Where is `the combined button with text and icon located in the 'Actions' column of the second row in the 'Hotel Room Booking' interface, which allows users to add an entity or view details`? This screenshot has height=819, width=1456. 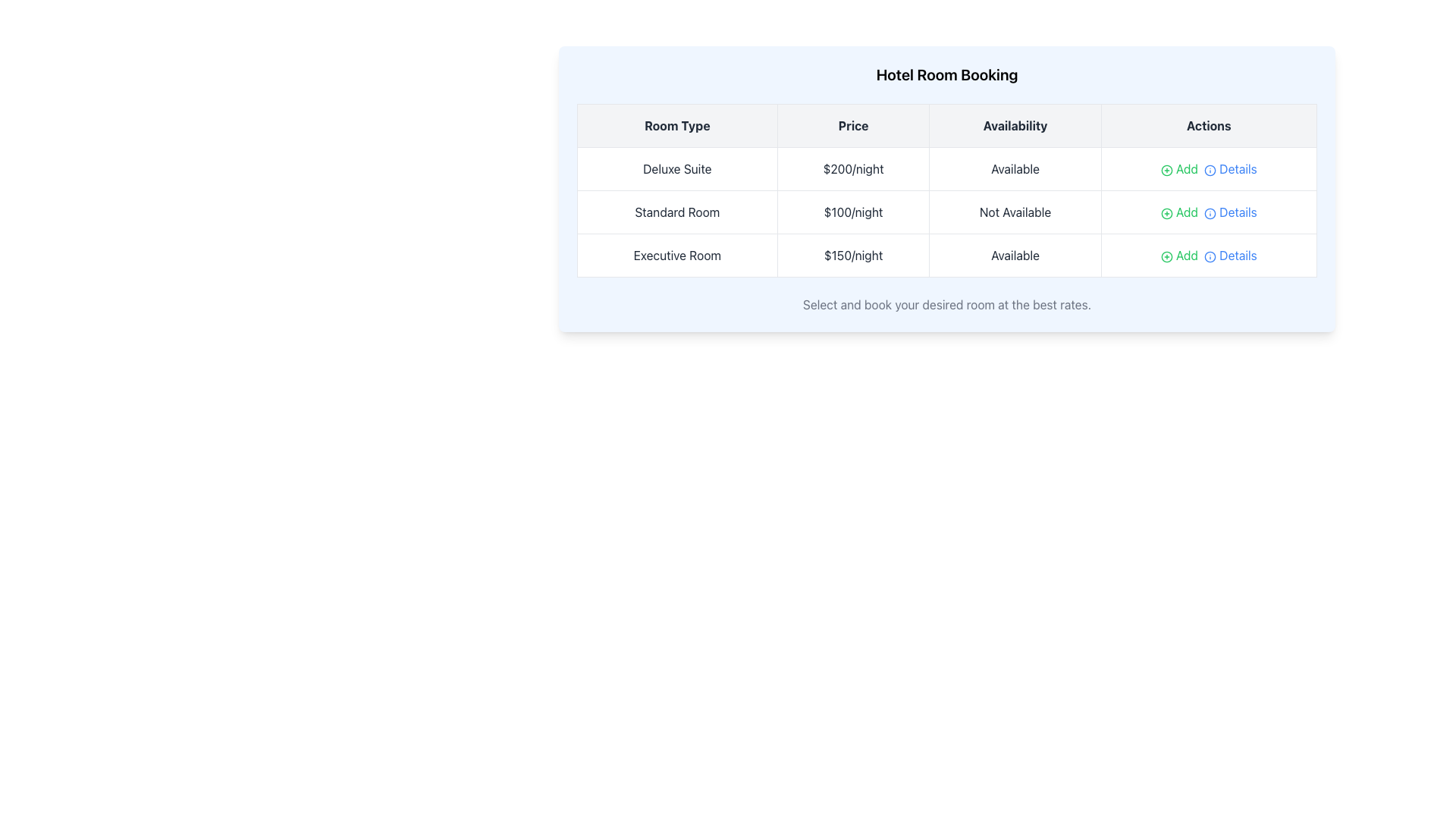 the combined button with text and icon located in the 'Actions' column of the second row in the 'Hotel Room Booking' interface, which allows users to add an entity or view details is located at coordinates (1207, 212).